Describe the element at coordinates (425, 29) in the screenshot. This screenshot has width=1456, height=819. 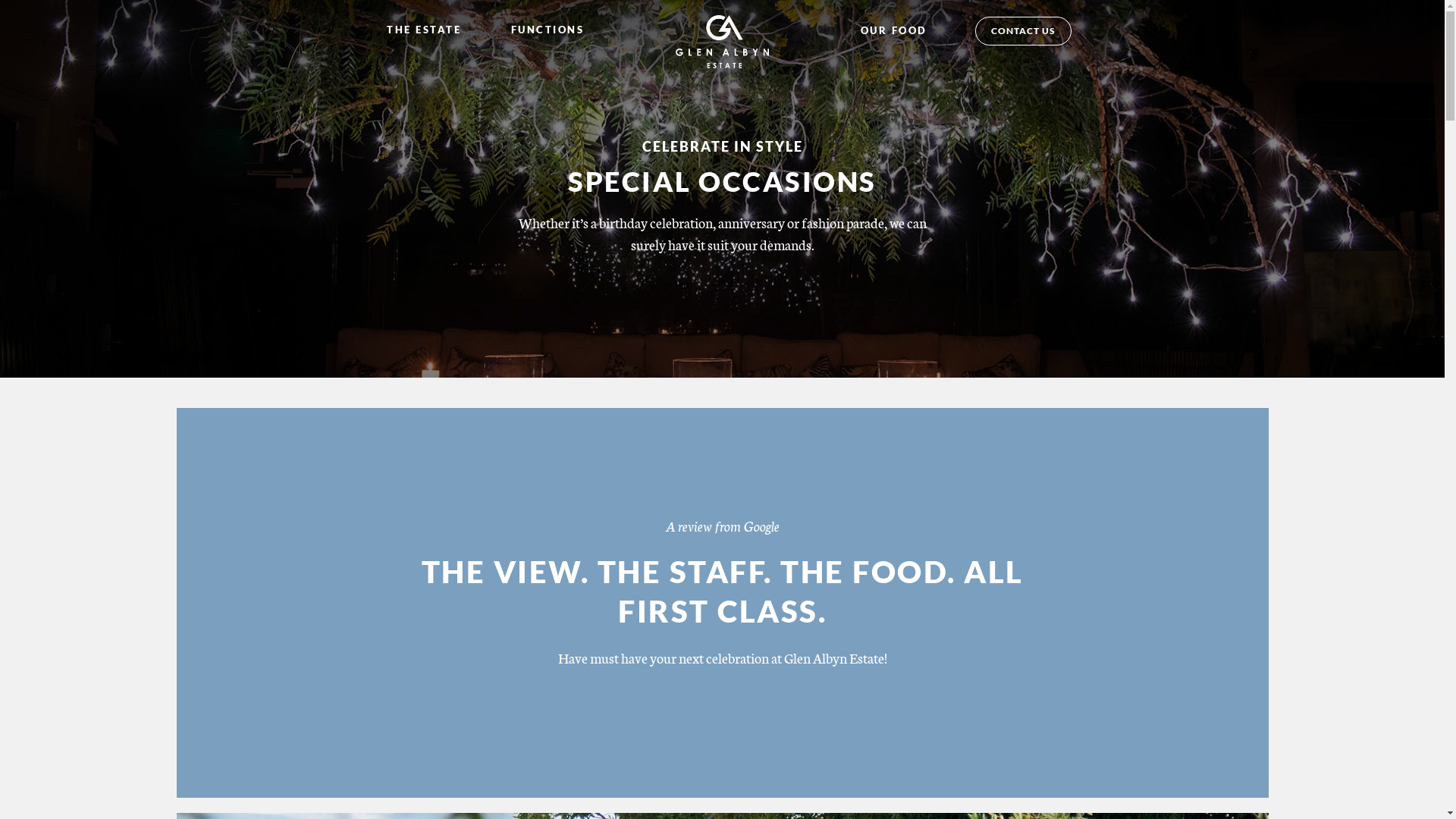
I see `'THE ESTATE'` at that location.